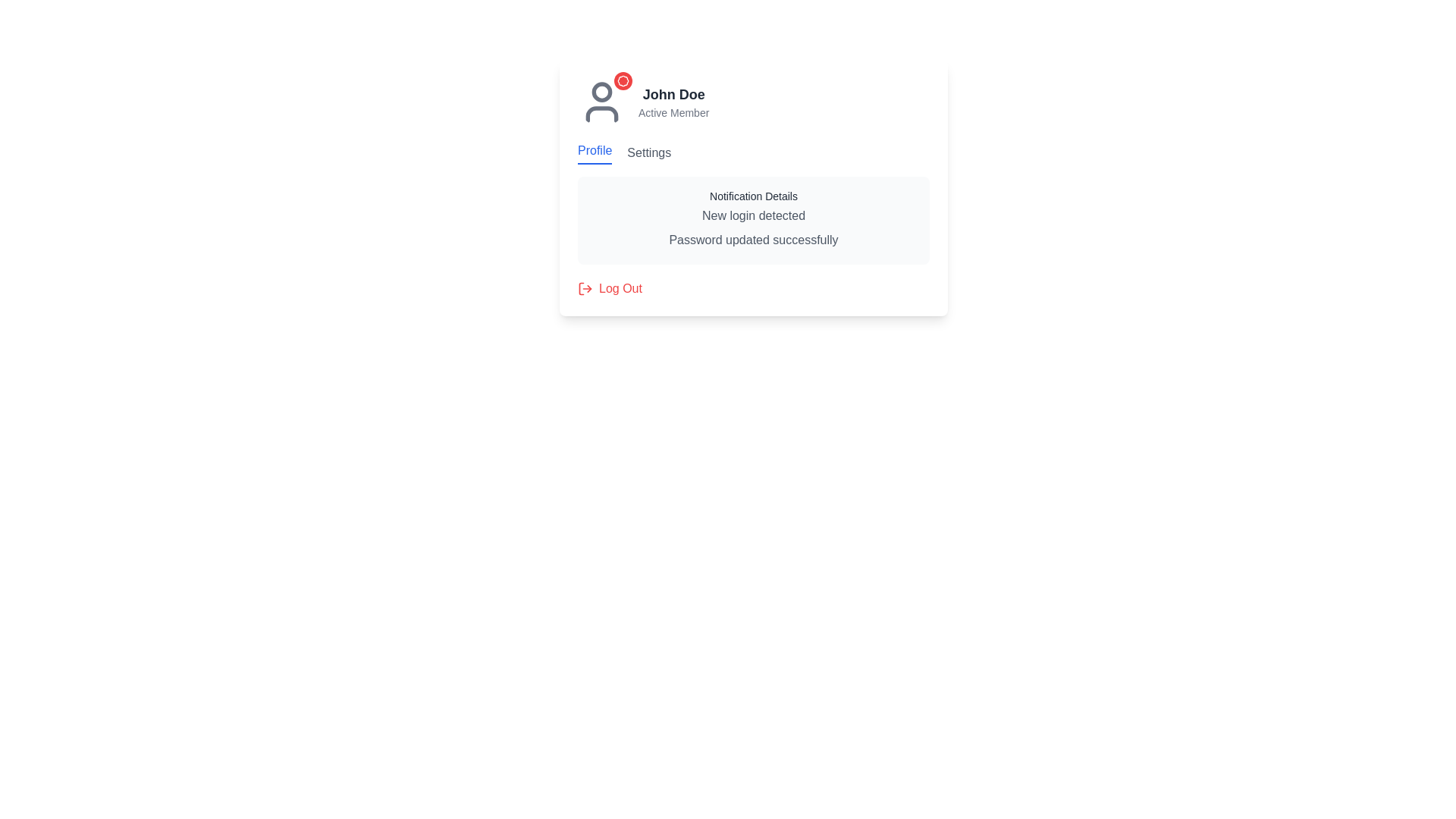 The height and width of the screenshot is (819, 1456). I want to click on the 'Log Out' text label, so click(620, 289).